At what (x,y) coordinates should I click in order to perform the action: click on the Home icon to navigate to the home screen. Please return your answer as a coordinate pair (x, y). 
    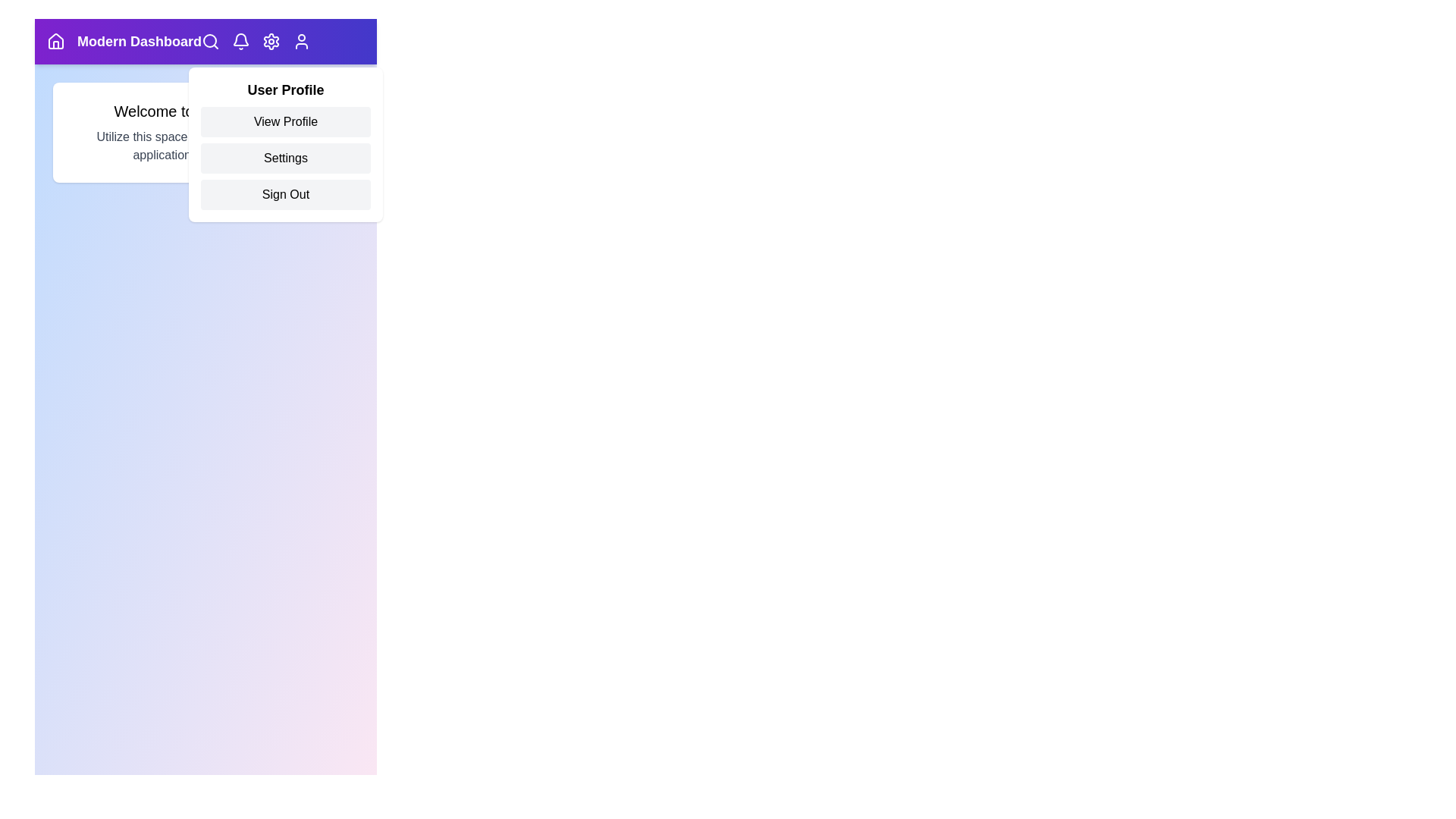
    Looking at the image, I should click on (55, 40).